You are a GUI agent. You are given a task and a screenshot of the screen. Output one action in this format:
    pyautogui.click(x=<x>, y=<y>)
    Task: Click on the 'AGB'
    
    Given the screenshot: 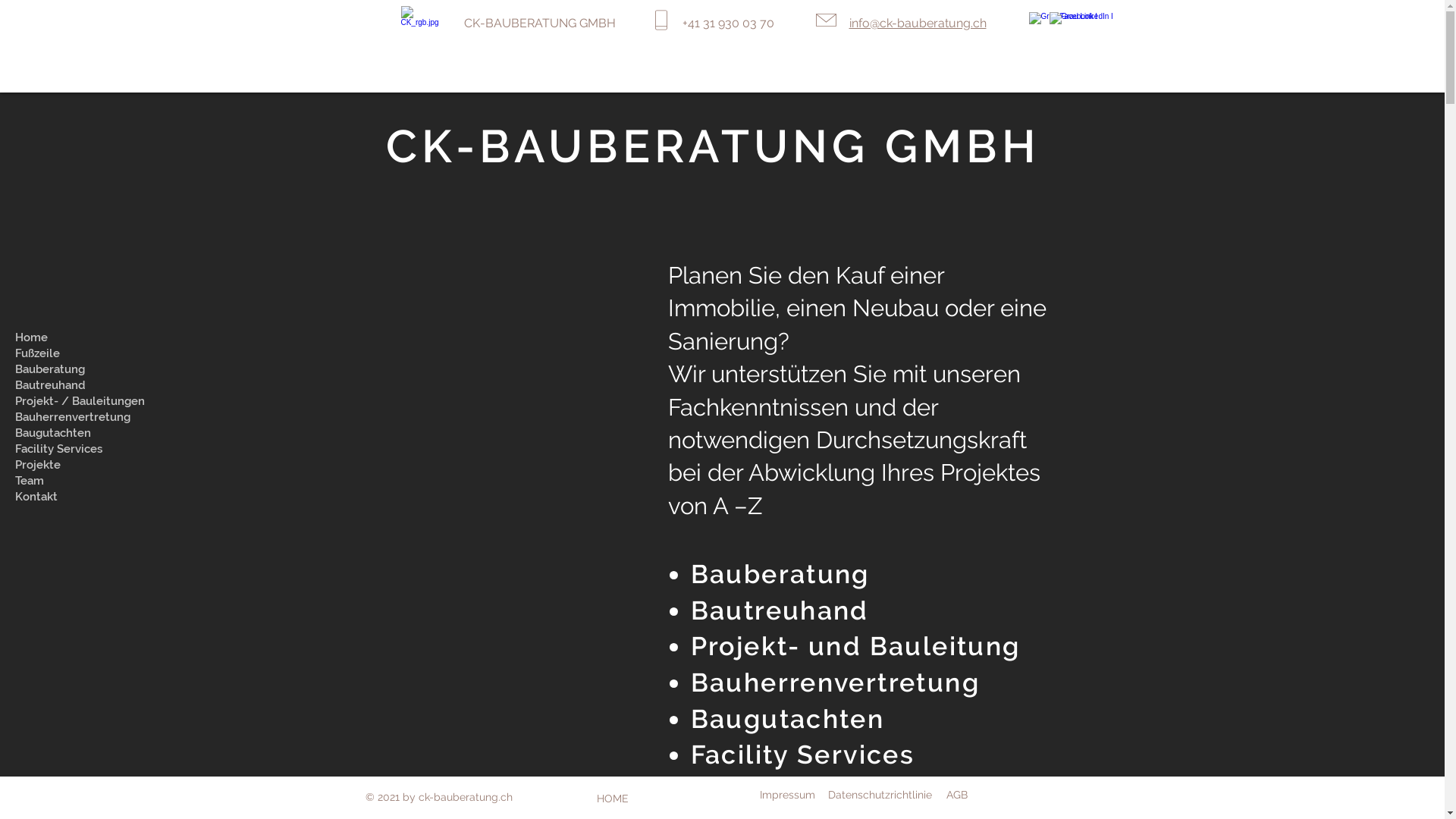 What is the action you would take?
    pyautogui.click(x=956, y=794)
    